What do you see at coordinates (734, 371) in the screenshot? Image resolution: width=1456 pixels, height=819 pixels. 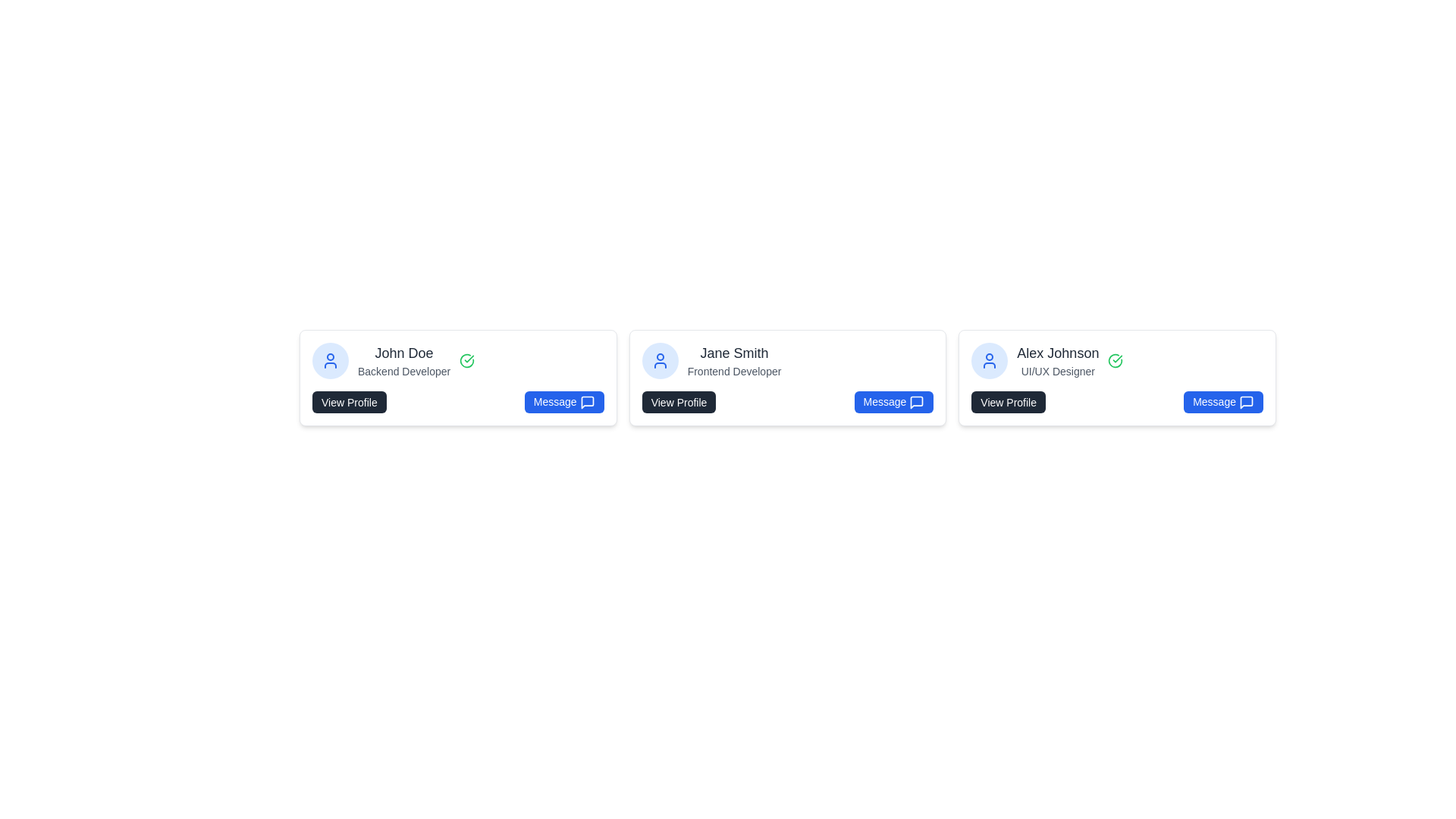 I see `job title information provided by the text label located at the bottom of the central card, directly below 'Jane Smith'` at bounding box center [734, 371].